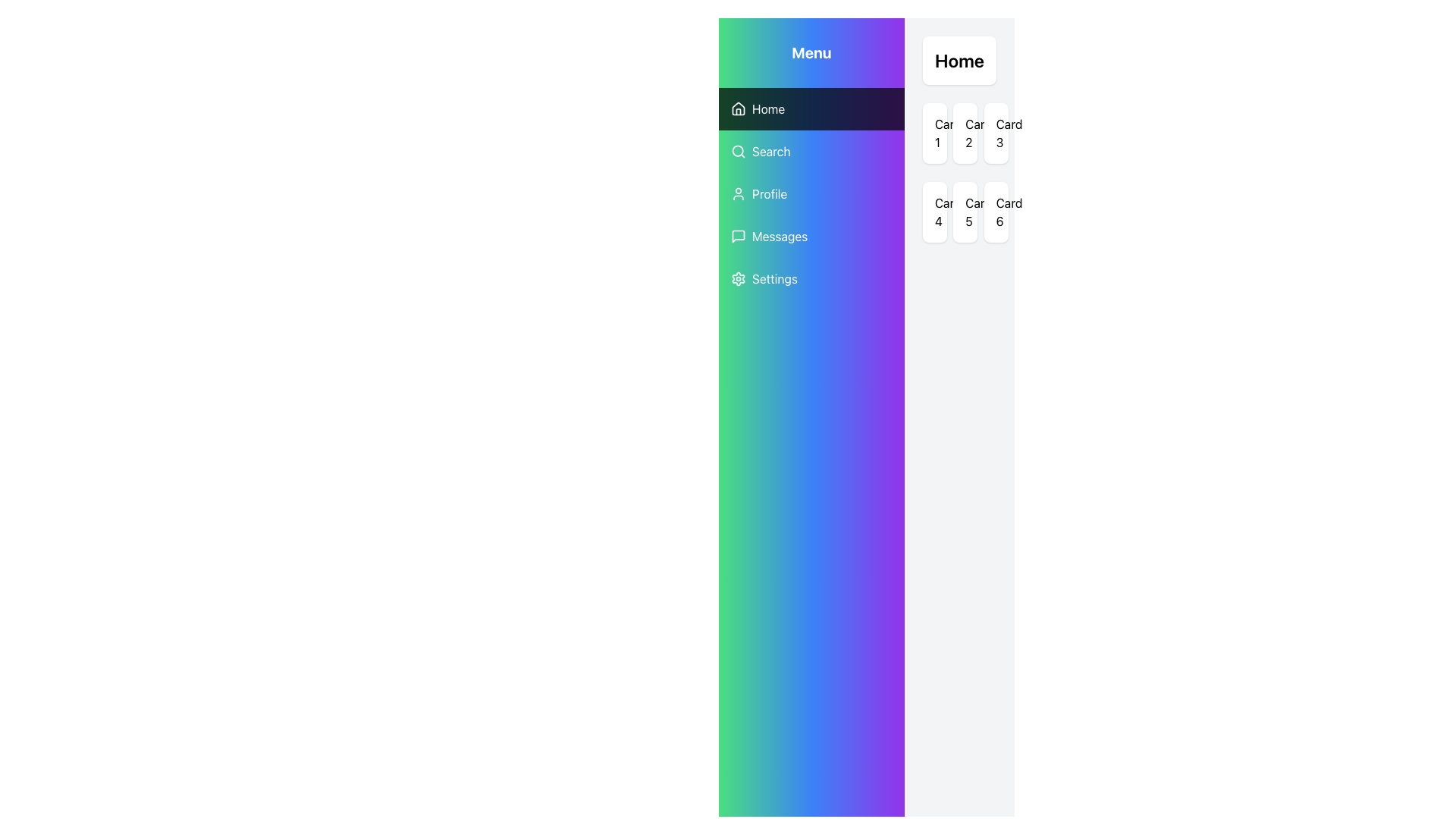 Image resolution: width=1456 pixels, height=819 pixels. I want to click on the 'Profile' button in the sidebar menu, so click(811, 193).